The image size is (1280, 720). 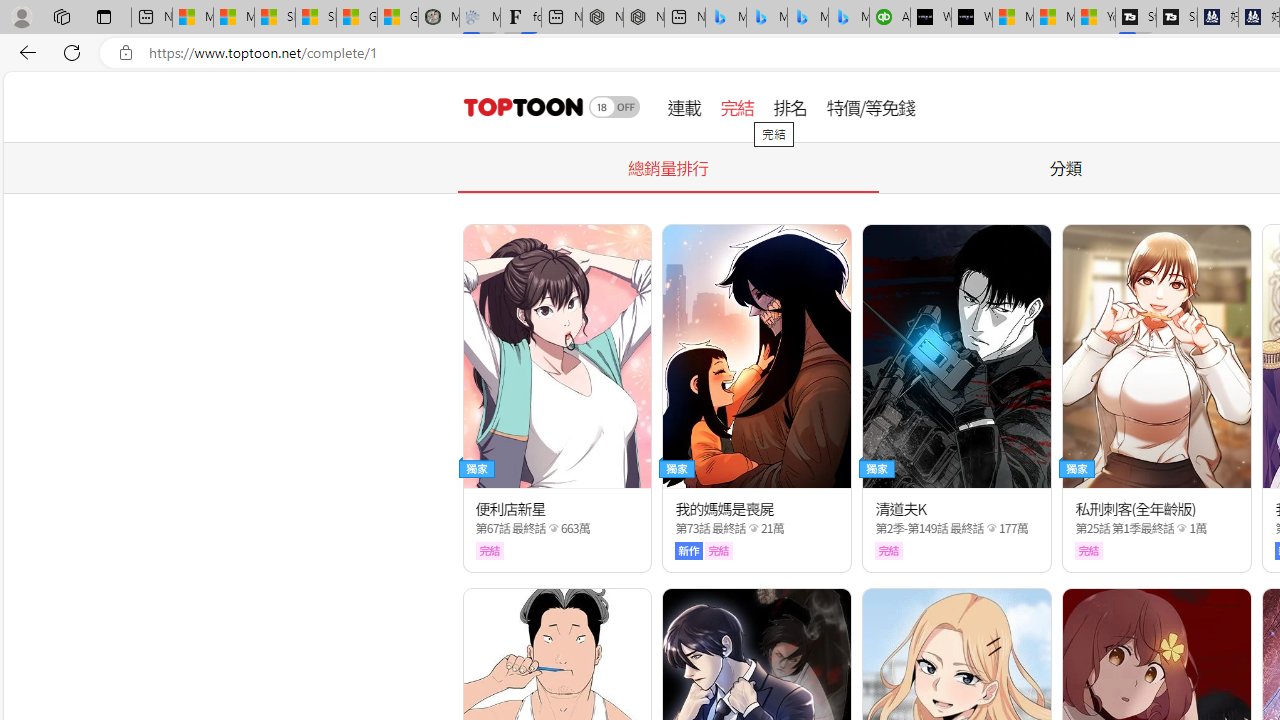 I want to click on 'Microsoft Bing Travel - Stays in Bangkok, Bangkok, Thailand', so click(x=766, y=17).